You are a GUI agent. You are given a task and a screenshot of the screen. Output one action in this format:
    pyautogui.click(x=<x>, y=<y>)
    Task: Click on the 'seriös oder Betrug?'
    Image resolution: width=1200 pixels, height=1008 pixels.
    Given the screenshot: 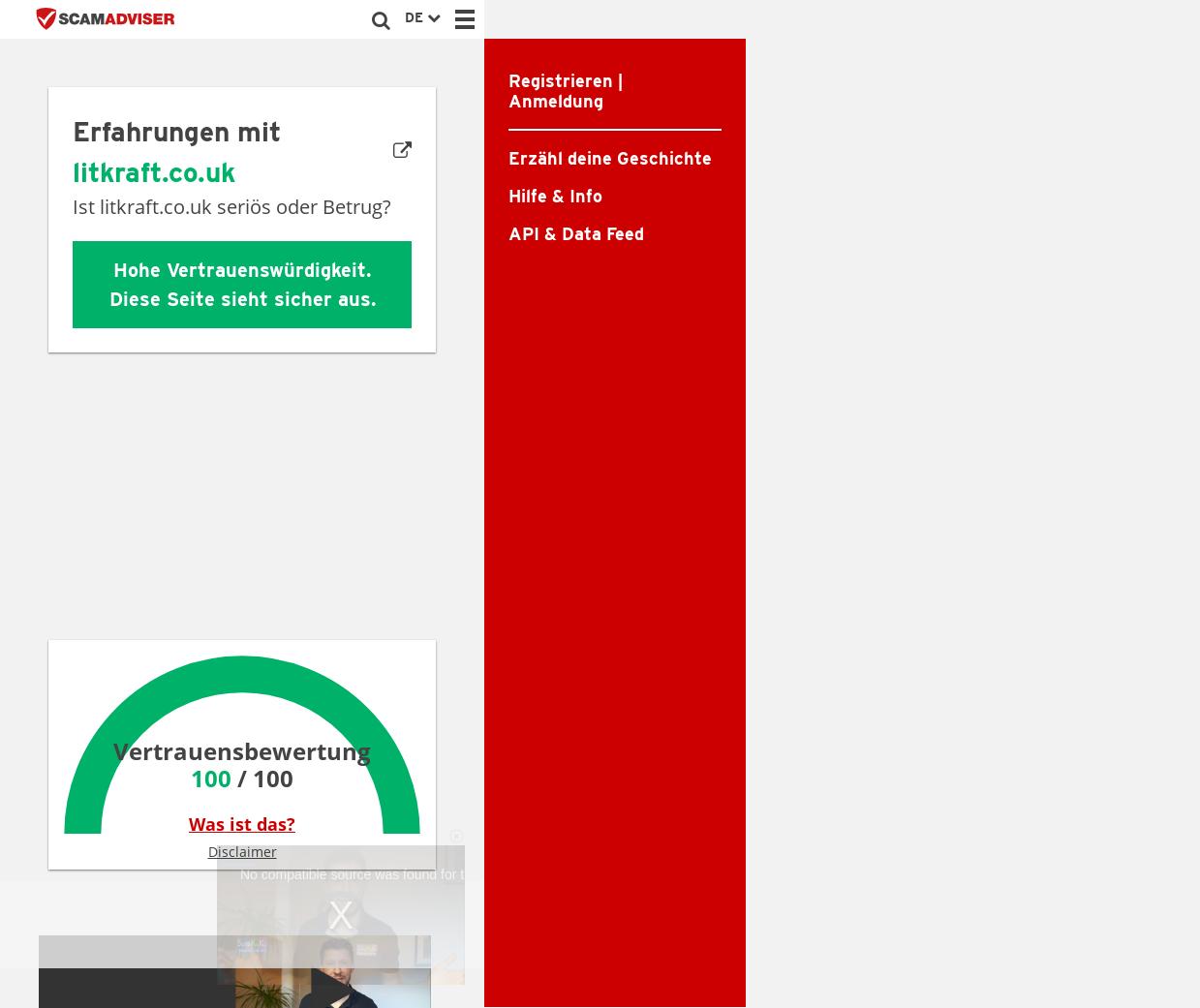 What is the action you would take?
    pyautogui.click(x=301, y=205)
    